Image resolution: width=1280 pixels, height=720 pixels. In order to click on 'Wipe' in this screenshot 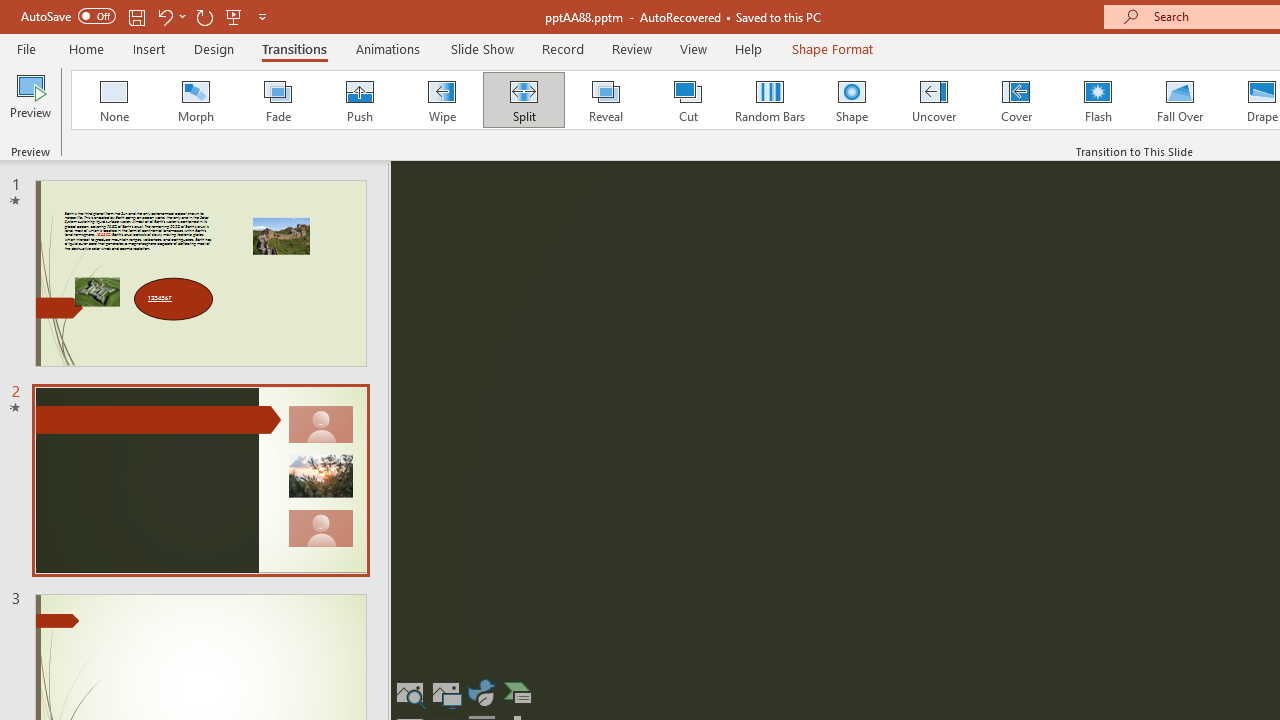, I will do `click(440, 100)`.